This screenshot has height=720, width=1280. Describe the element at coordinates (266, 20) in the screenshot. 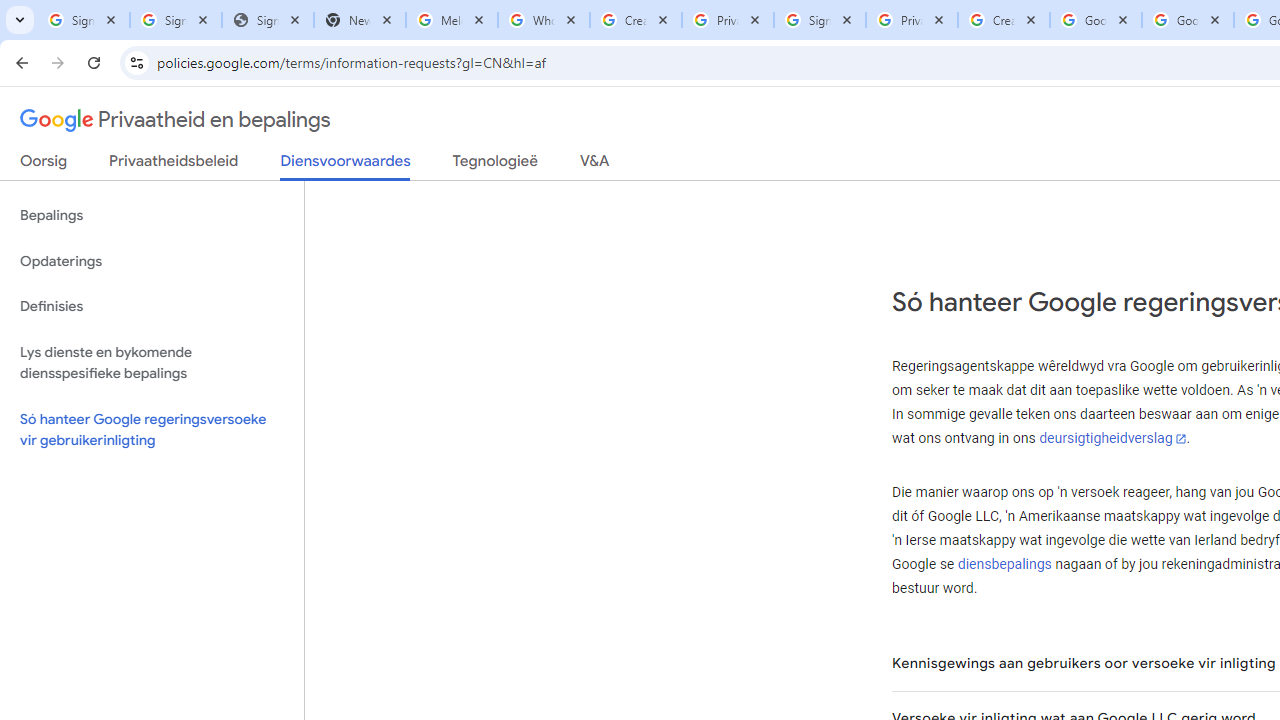

I see `'Sign In - USA TODAY'` at that location.